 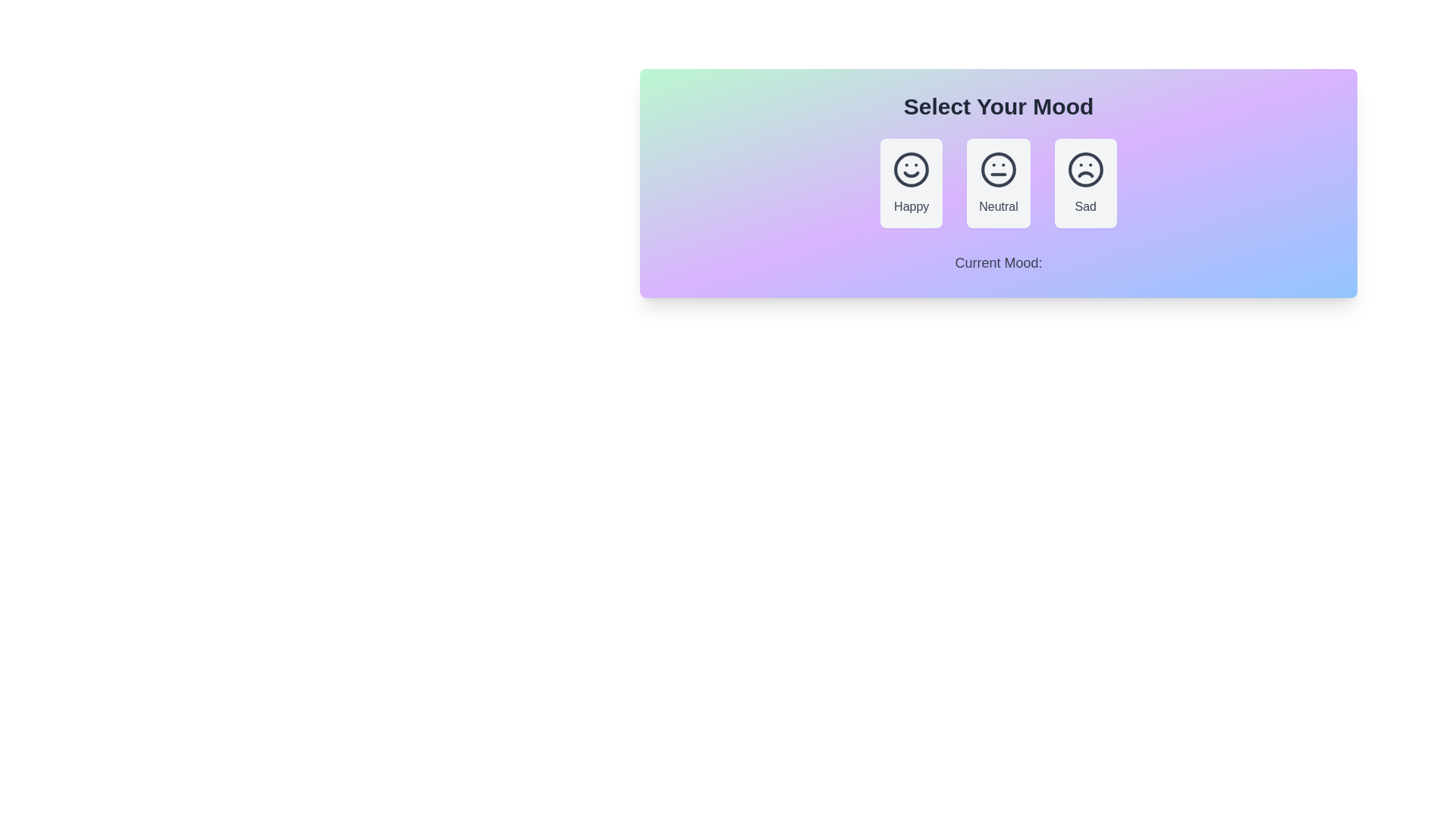 I want to click on the Happy button to observe its hover effects, so click(x=911, y=183).